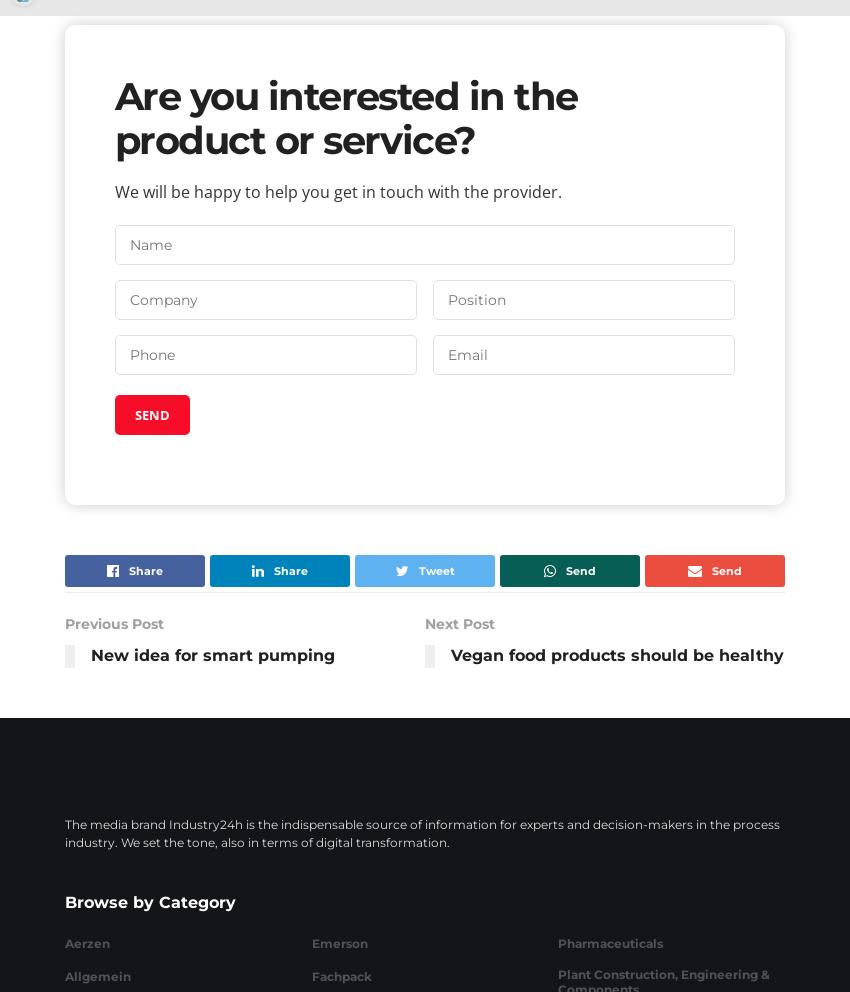  I want to click on 'Previous Post', so click(113, 622).